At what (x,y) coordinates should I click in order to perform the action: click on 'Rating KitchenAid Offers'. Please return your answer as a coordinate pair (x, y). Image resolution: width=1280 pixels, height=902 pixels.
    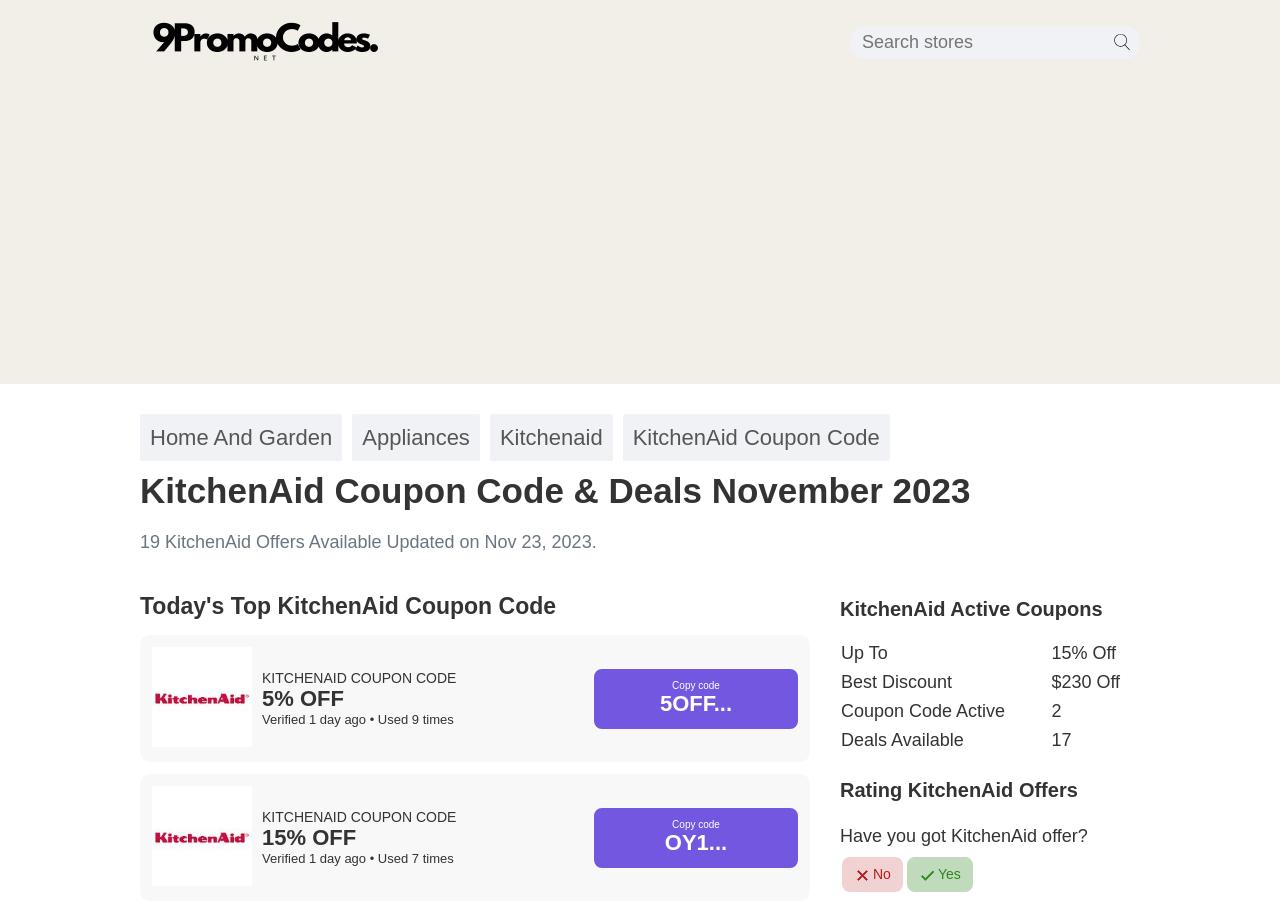
    Looking at the image, I should click on (839, 788).